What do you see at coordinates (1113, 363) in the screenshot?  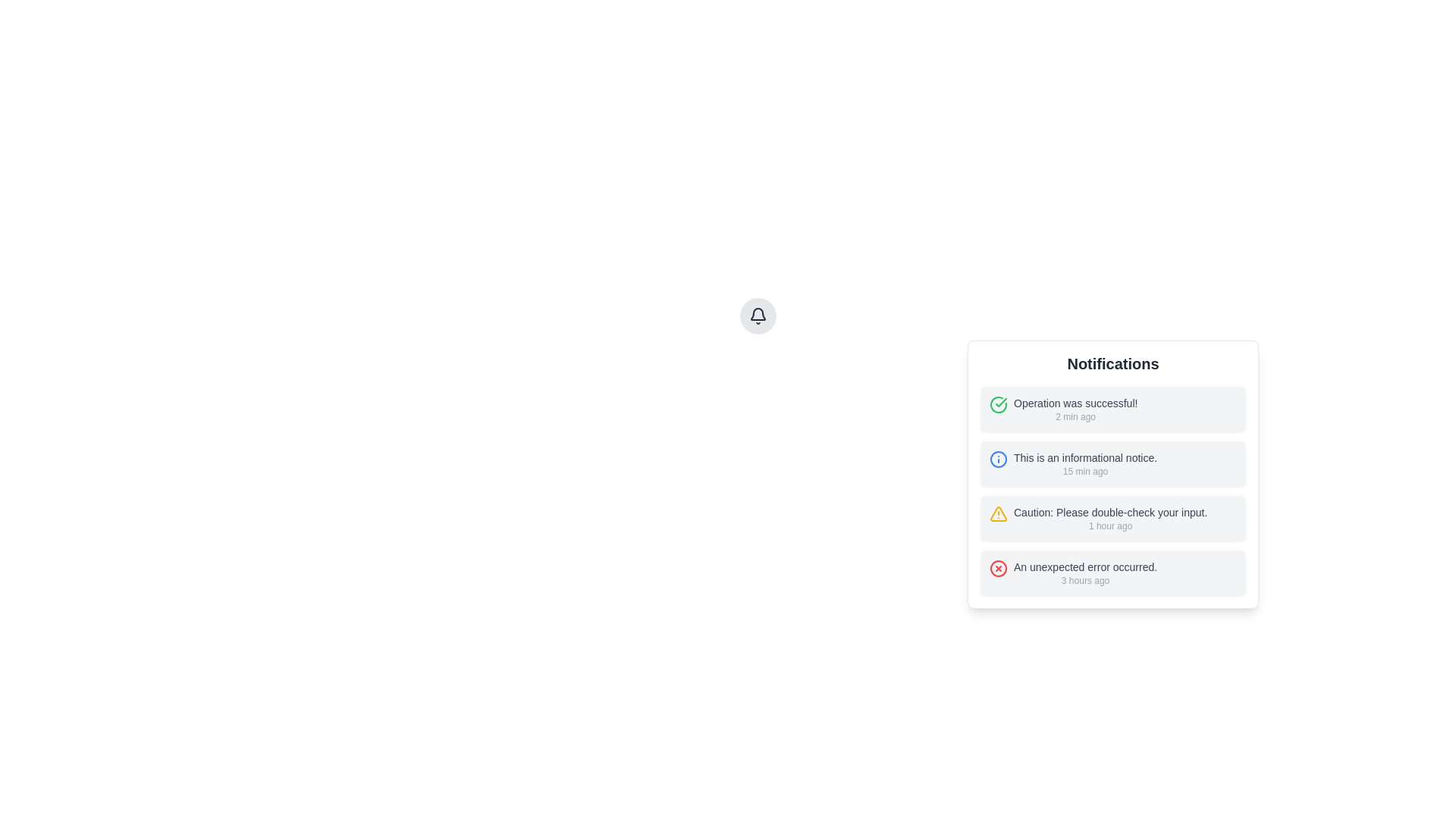 I see `the Text label that serves as the title of the notification panel, located at the top above the list of notification messages` at bounding box center [1113, 363].